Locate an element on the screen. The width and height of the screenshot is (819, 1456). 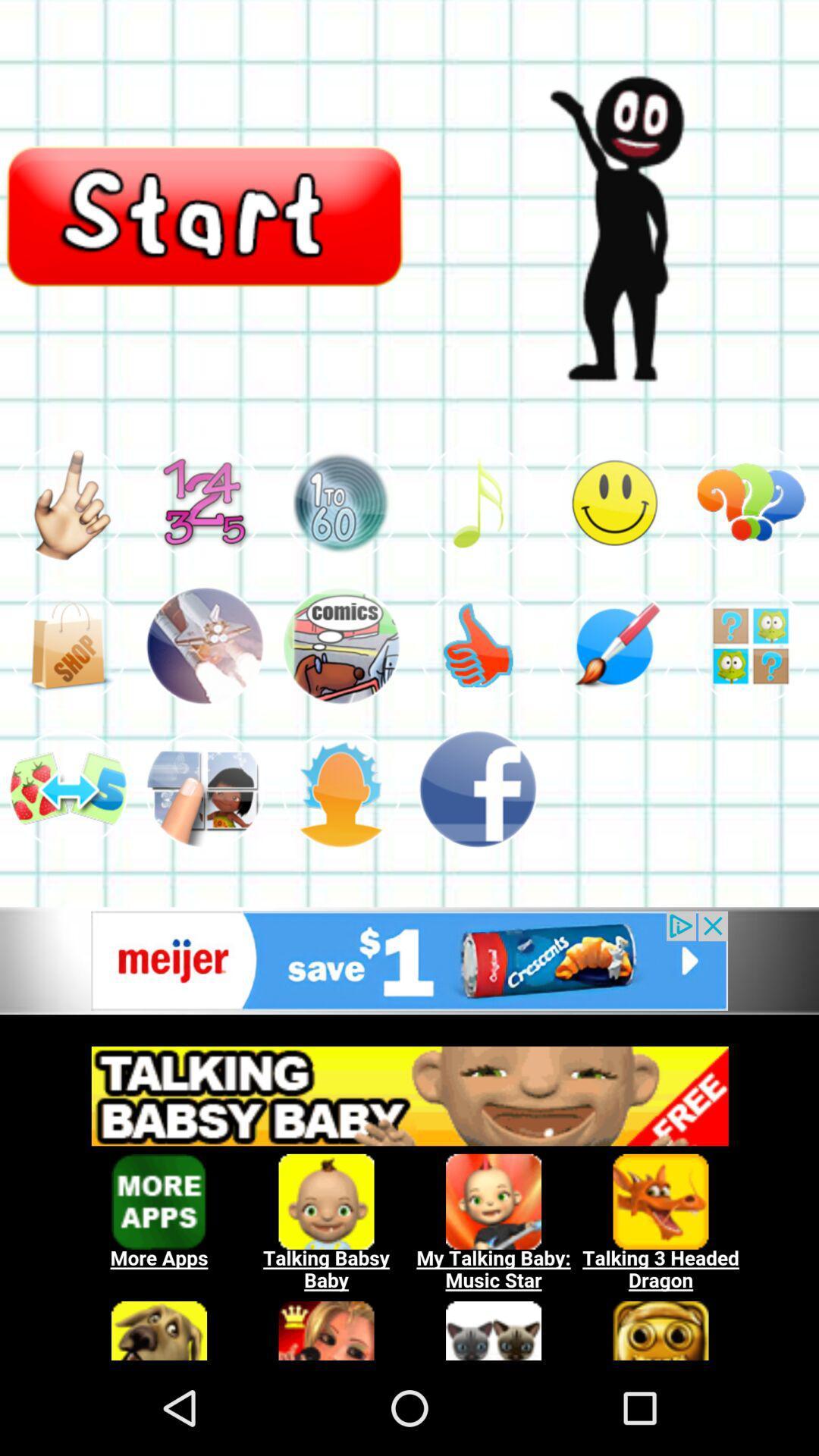
this option is located at coordinates (205, 789).